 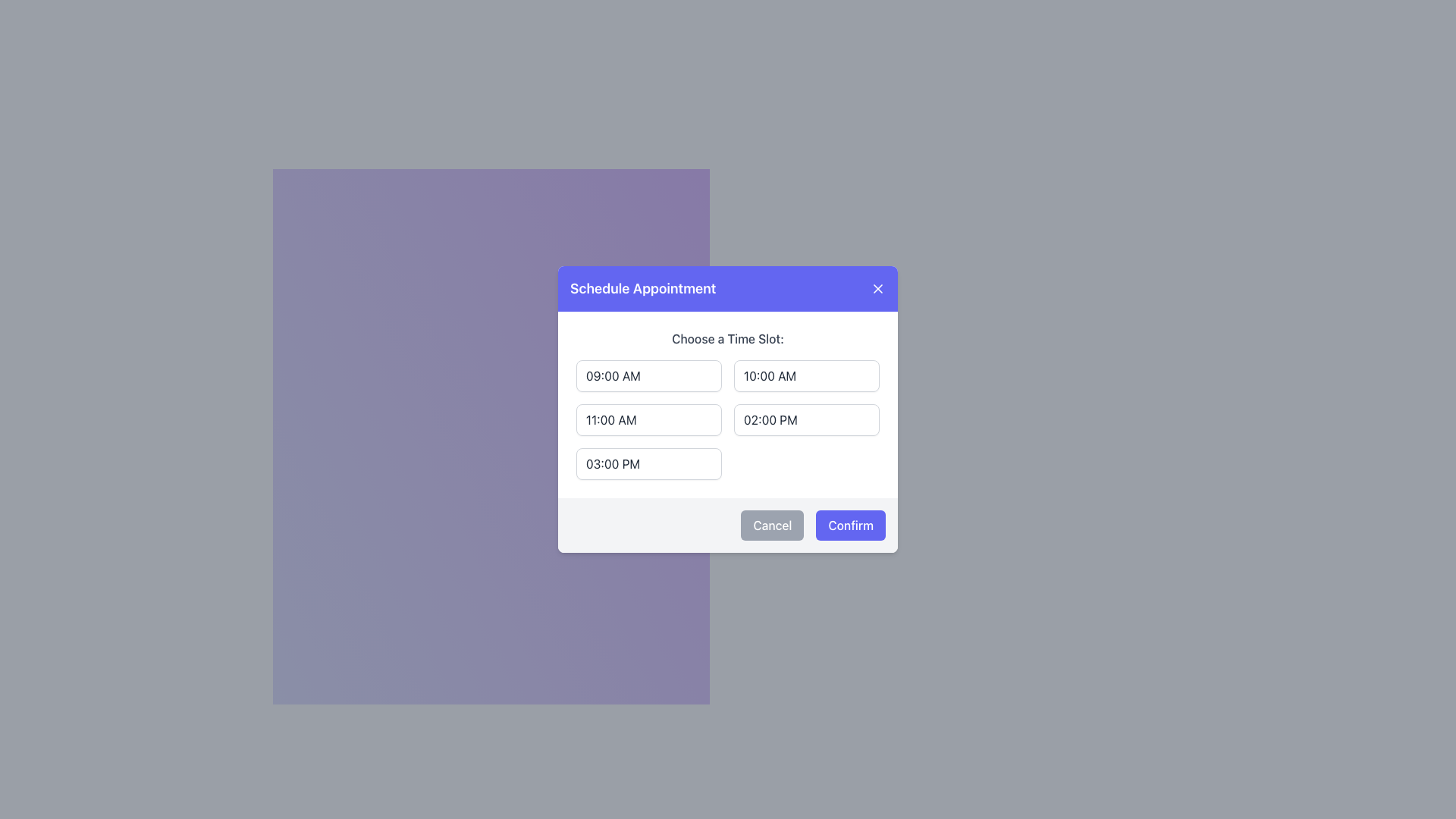 What do you see at coordinates (648, 420) in the screenshot?
I see `the time slot button located in the third row, first column of the grid layout` at bounding box center [648, 420].